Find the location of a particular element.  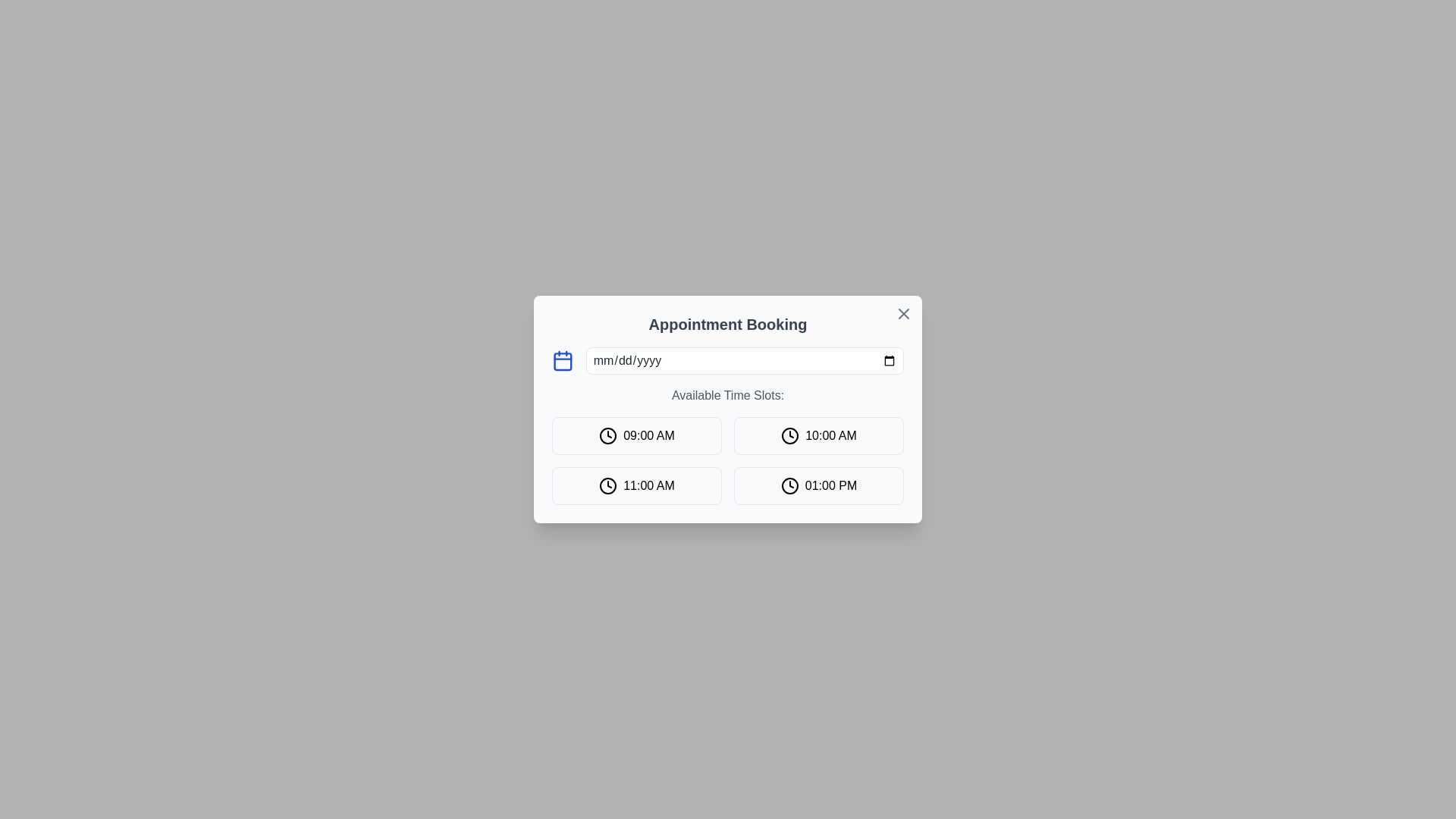

the primary display area of the calendar icon, which is centrally located within the icon and aligned with the date input field above the time slots section is located at coordinates (562, 362).